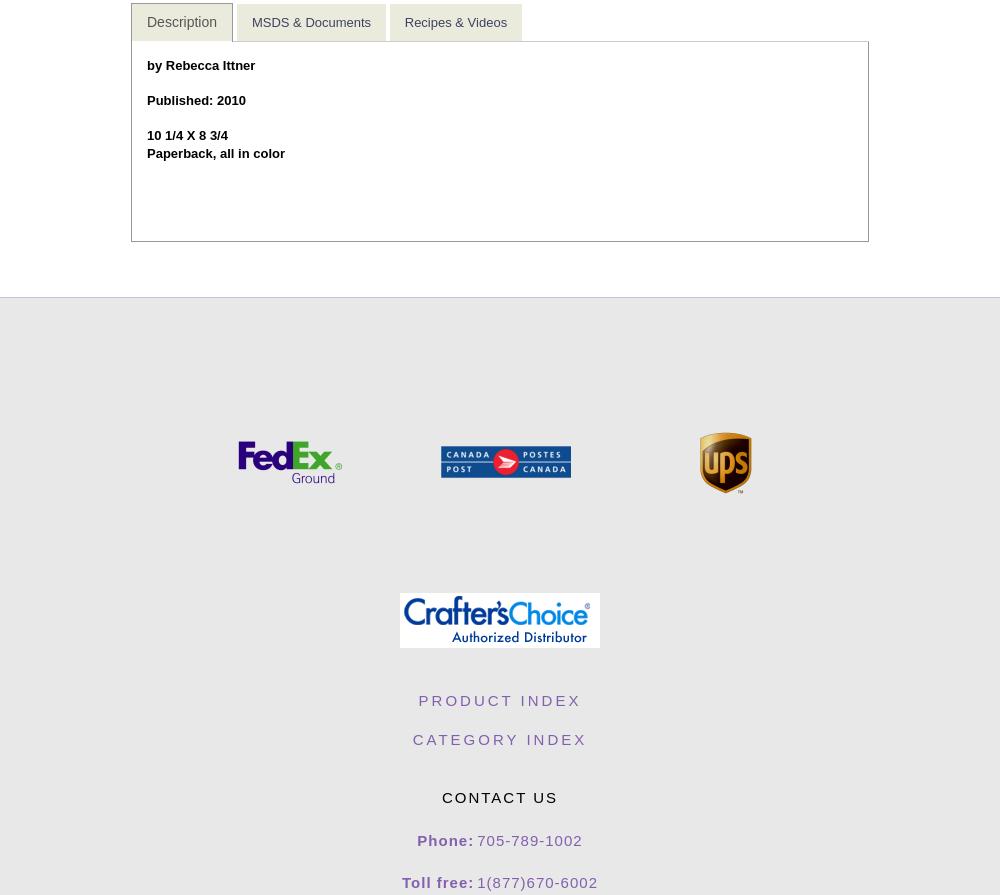  What do you see at coordinates (147, 21) in the screenshot?
I see `'Description'` at bounding box center [147, 21].